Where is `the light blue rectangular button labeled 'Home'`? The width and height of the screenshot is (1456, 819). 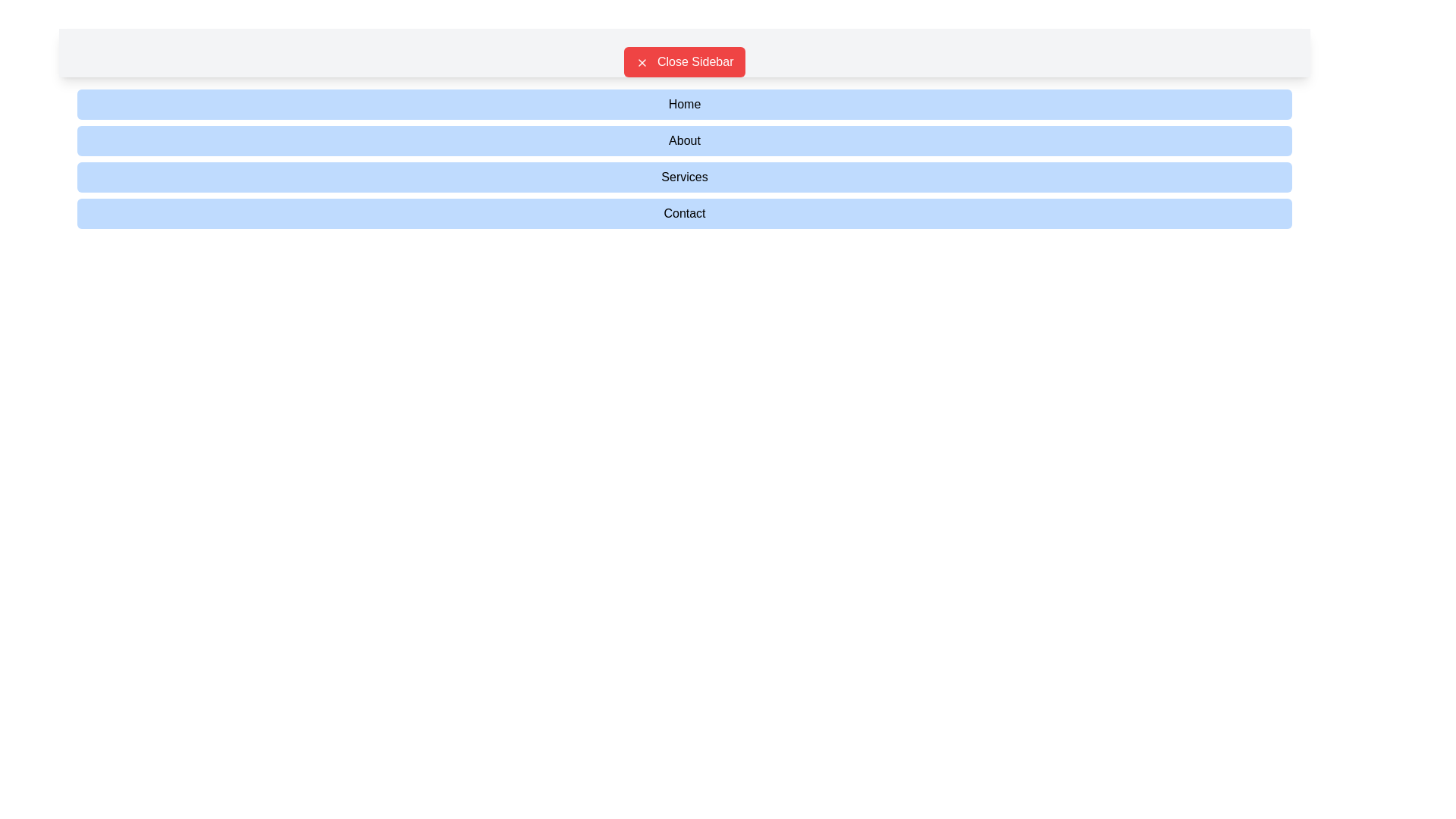
the light blue rectangular button labeled 'Home' is located at coordinates (683, 104).